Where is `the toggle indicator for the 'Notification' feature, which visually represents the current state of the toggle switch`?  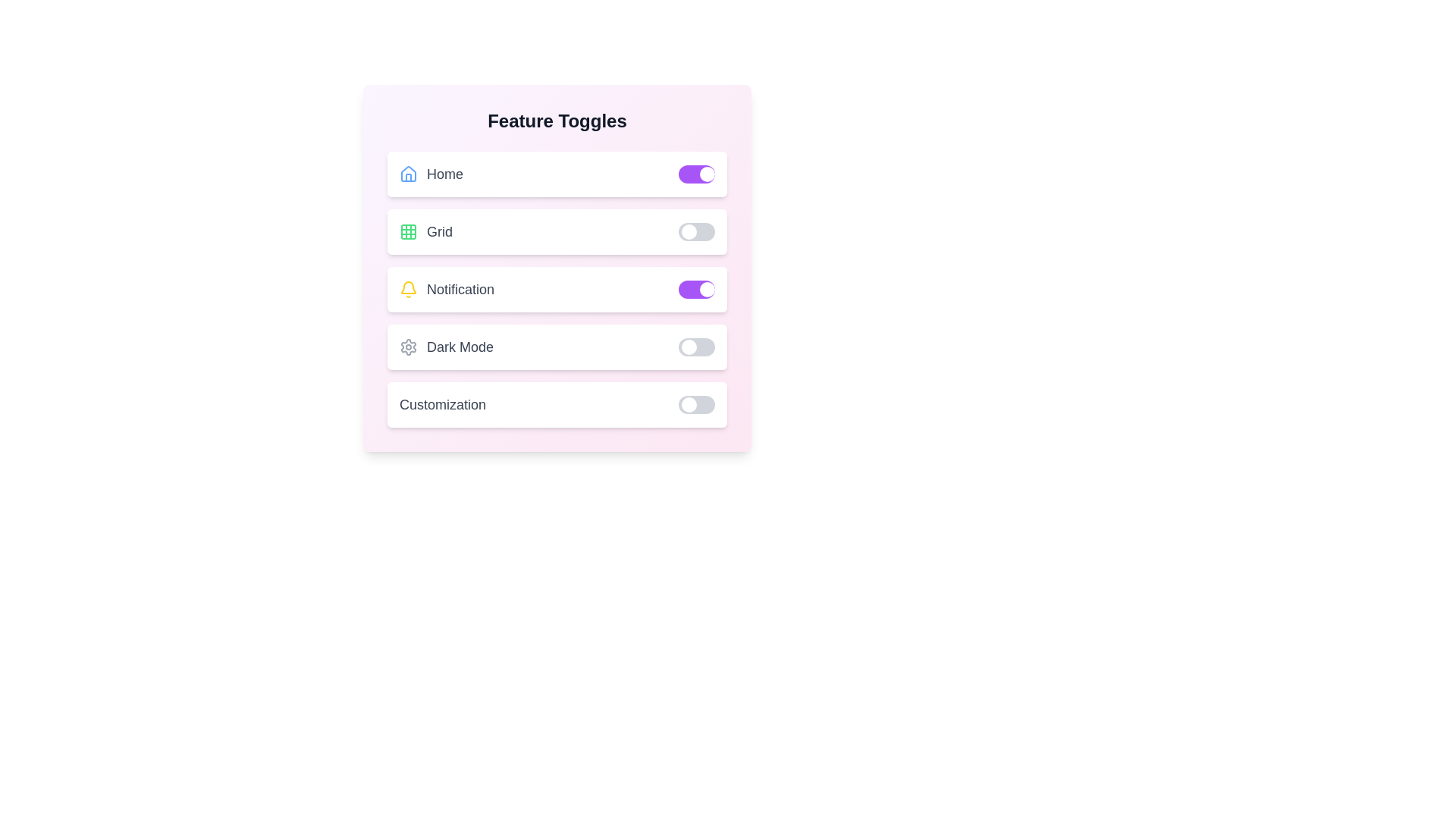 the toggle indicator for the 'Notification' feature, which visually represents the current state of the toggle switch is located at coordinates (706, 289).